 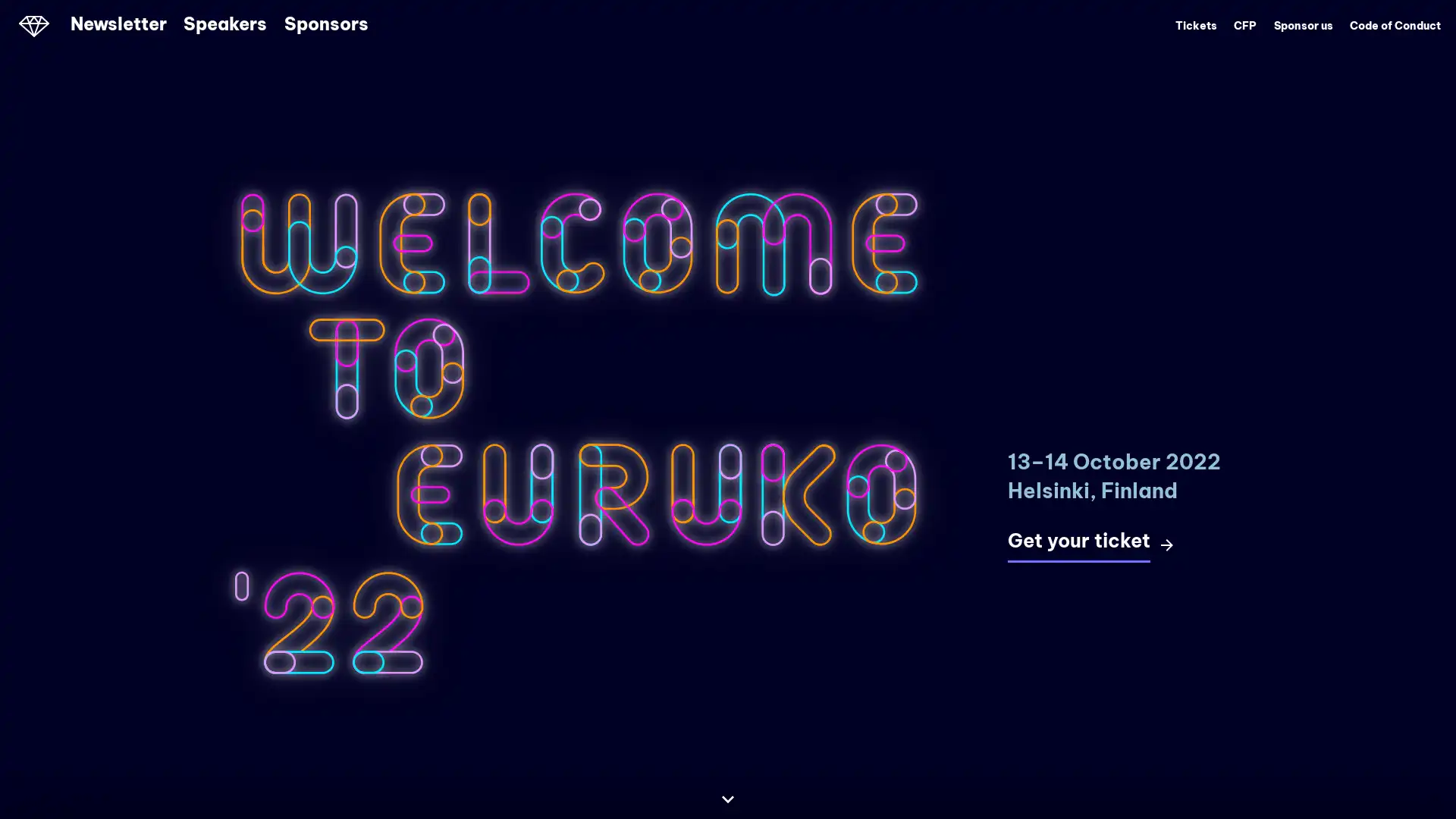 I want to click on Continue, so click(x=728, y=798).